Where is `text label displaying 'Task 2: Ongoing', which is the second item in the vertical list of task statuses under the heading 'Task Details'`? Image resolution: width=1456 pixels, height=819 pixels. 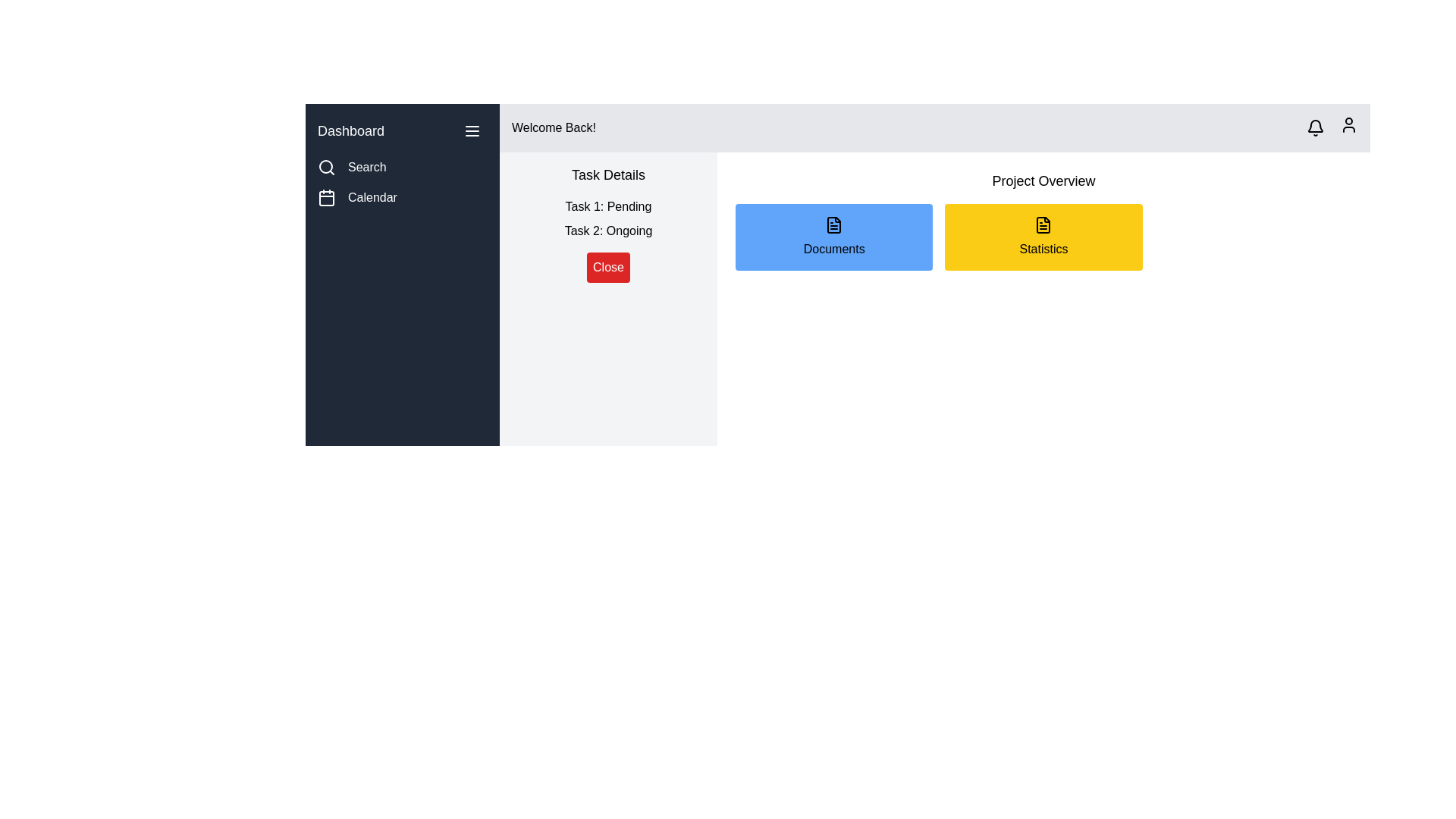
text label displaying 'Task 2: Ongoing', which is the second item in the vertical list of task statuses under the heading 'Task Details' is located at coordinates (608, 231).